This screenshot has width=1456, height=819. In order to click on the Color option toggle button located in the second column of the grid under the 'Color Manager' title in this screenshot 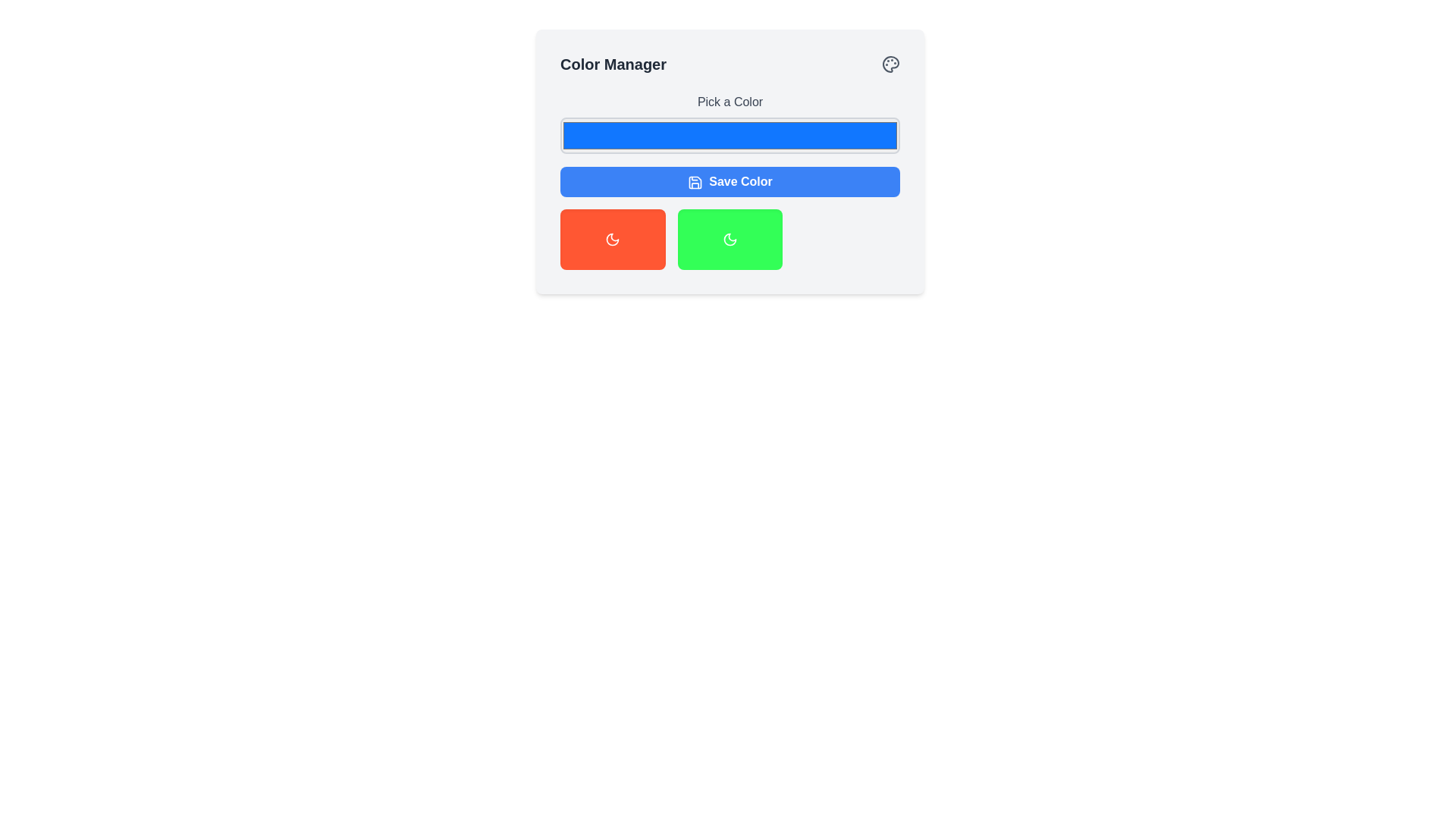, I will do `click(730, 239)`.